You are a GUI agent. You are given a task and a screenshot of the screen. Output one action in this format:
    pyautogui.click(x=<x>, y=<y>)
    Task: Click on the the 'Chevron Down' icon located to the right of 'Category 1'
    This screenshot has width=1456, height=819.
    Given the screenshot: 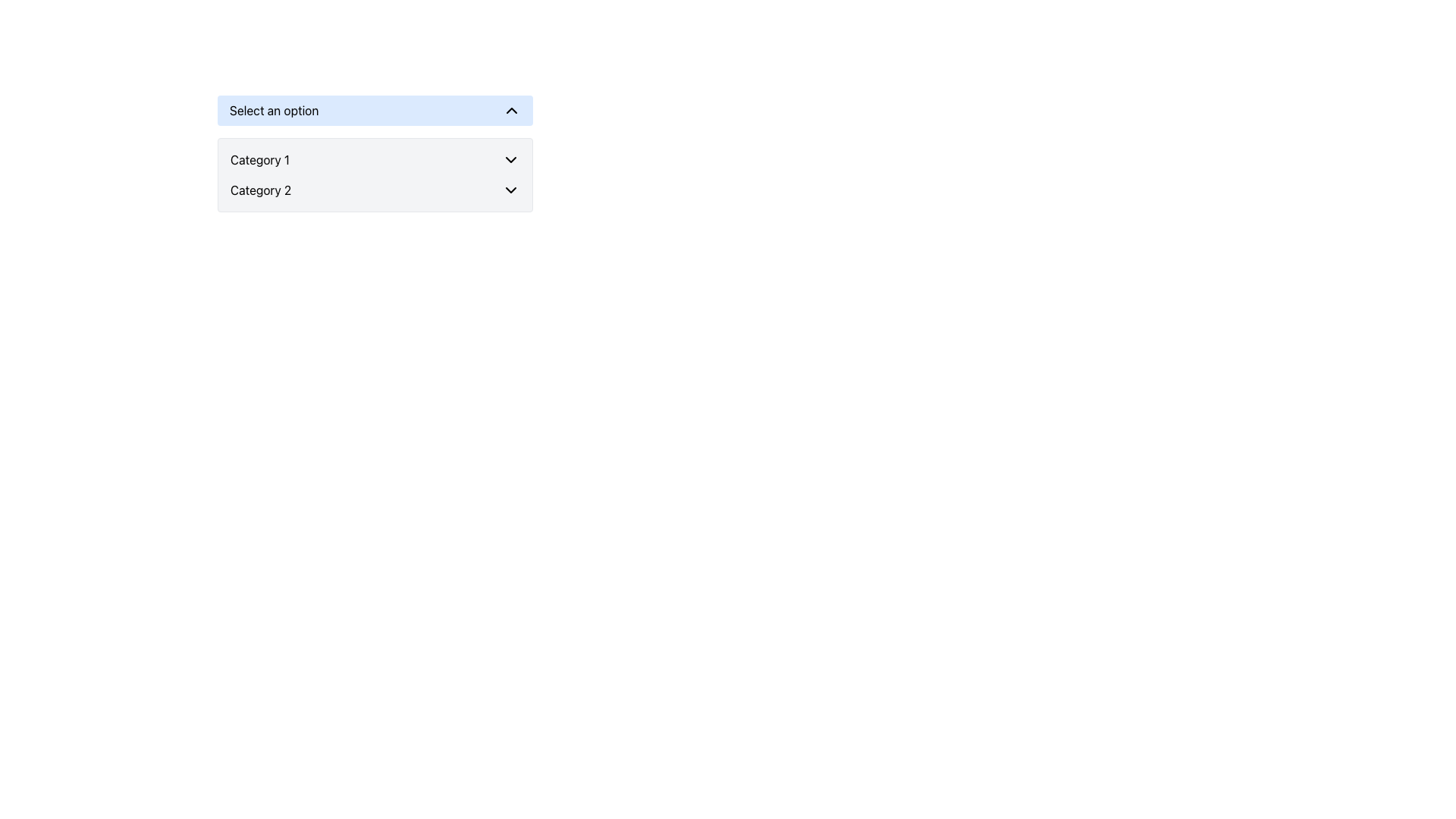 What is the action you would take?
    pyautogui.click(x=510, y=160)
    